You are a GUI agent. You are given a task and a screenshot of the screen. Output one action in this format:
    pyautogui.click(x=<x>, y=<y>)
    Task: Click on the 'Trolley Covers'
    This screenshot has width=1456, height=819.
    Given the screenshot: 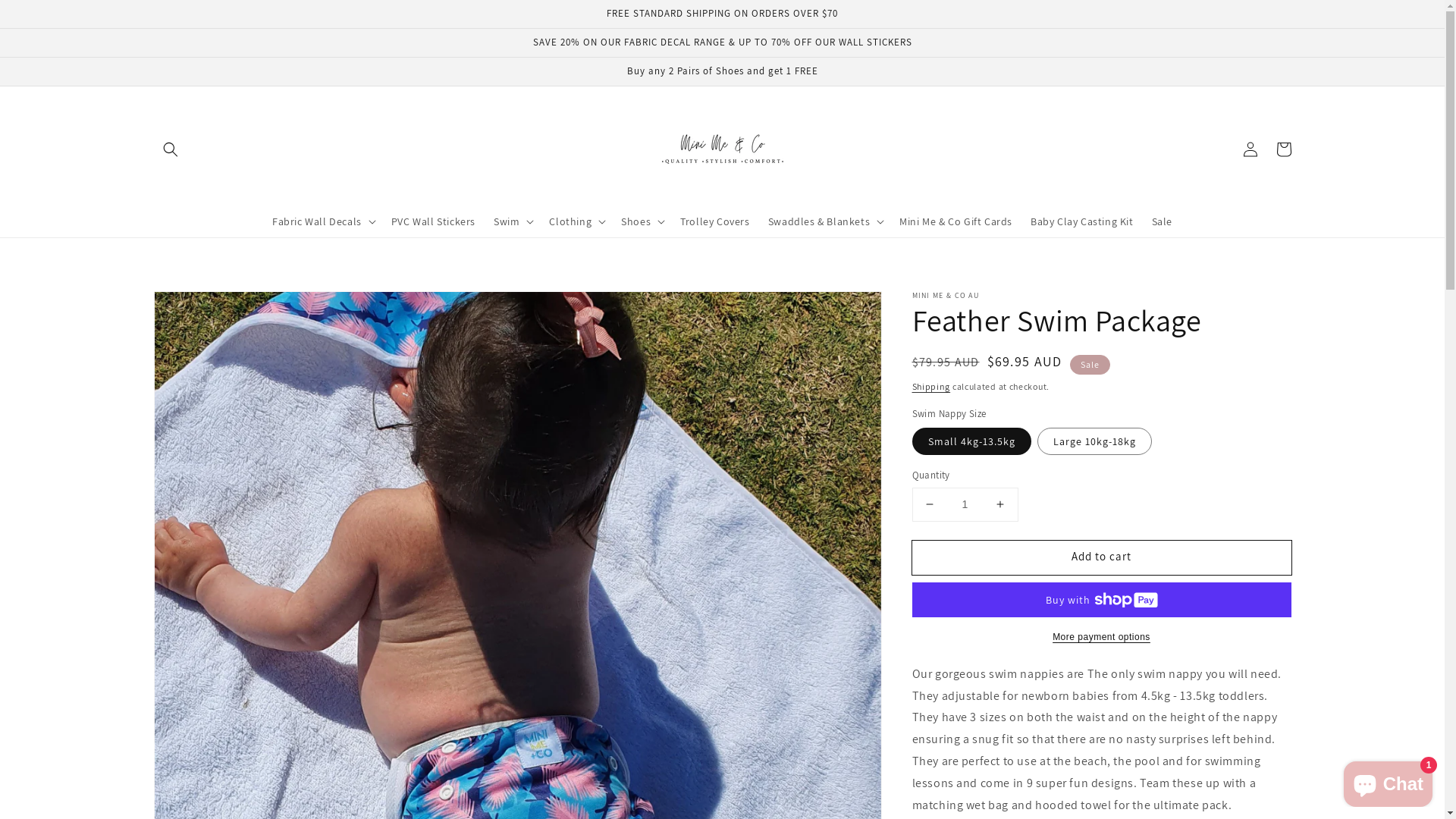 What is the action you would take?
    pyautogui.click(x=714, y=221)
    